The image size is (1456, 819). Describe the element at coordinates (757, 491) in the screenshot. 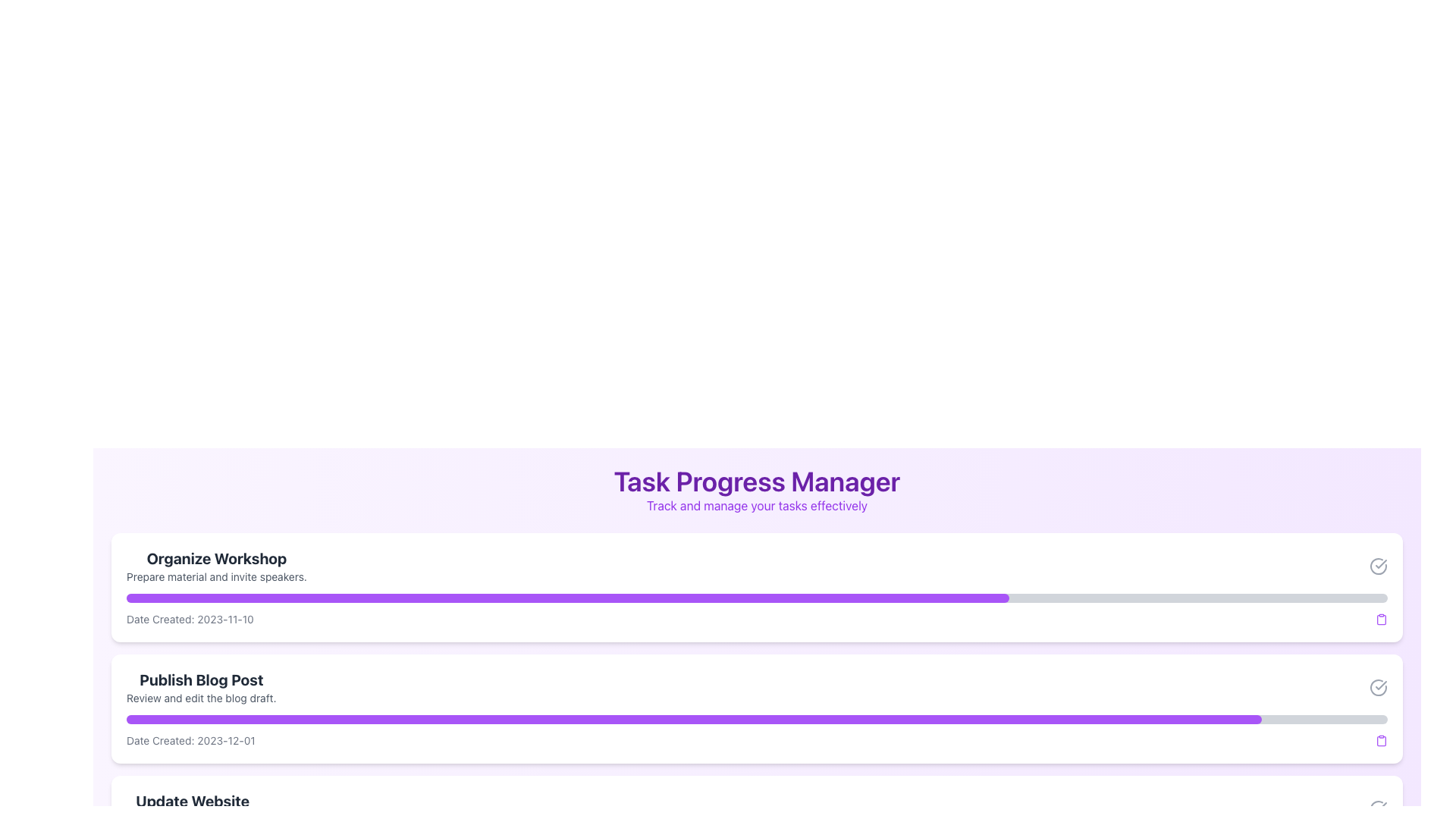

I see `information displayed in the 'Task Progress Manager' text header, which includes the title and subtitle in bold and smaller purple text, respectively` at that location.